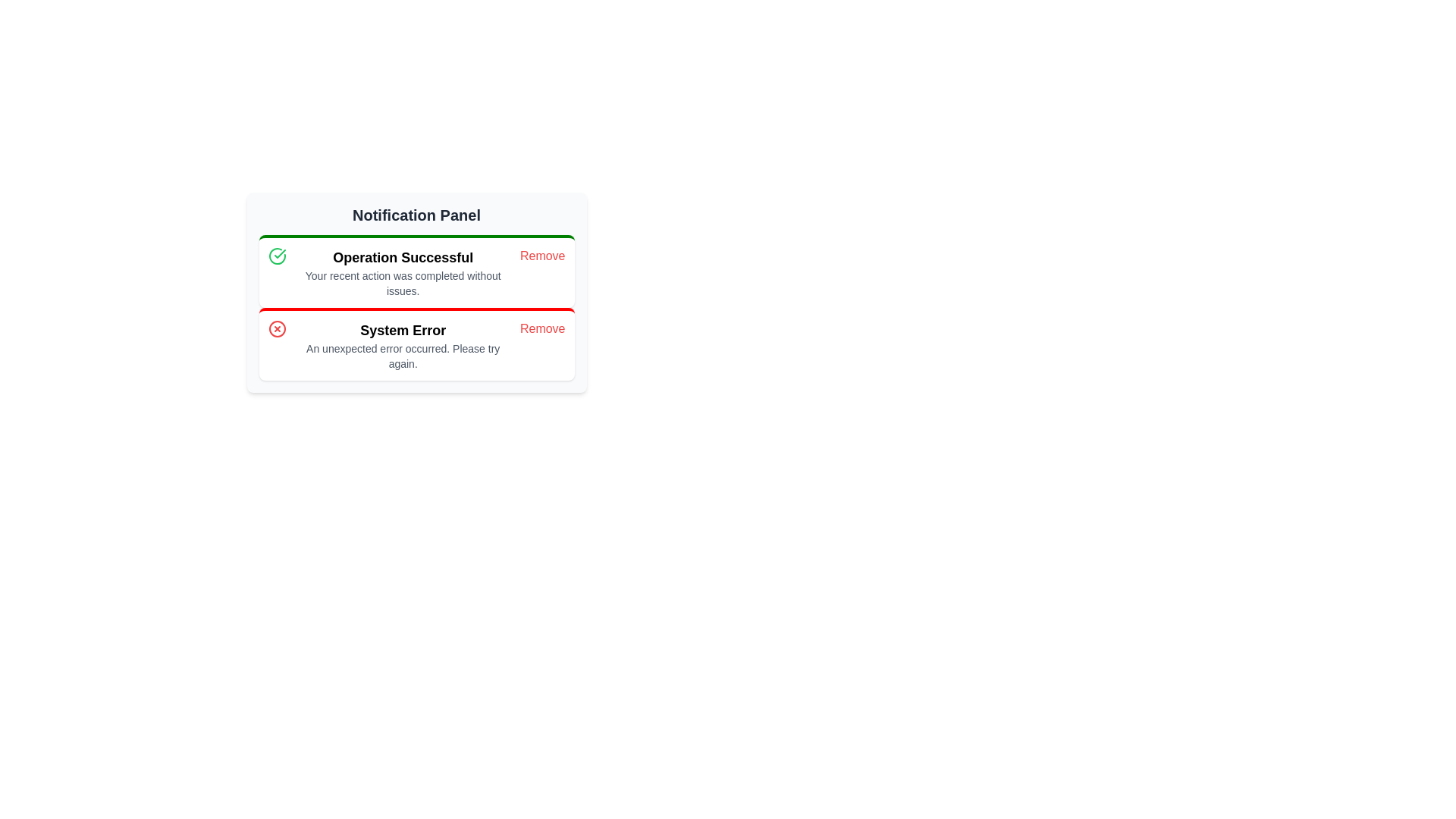  What do you see at coordinates (277, 256) in the screenshot?
I see `the circular icon with a green outline and a check mark symbol, located to the left of the 'Operation Successful' notice box` at bounding box center [277, 256].